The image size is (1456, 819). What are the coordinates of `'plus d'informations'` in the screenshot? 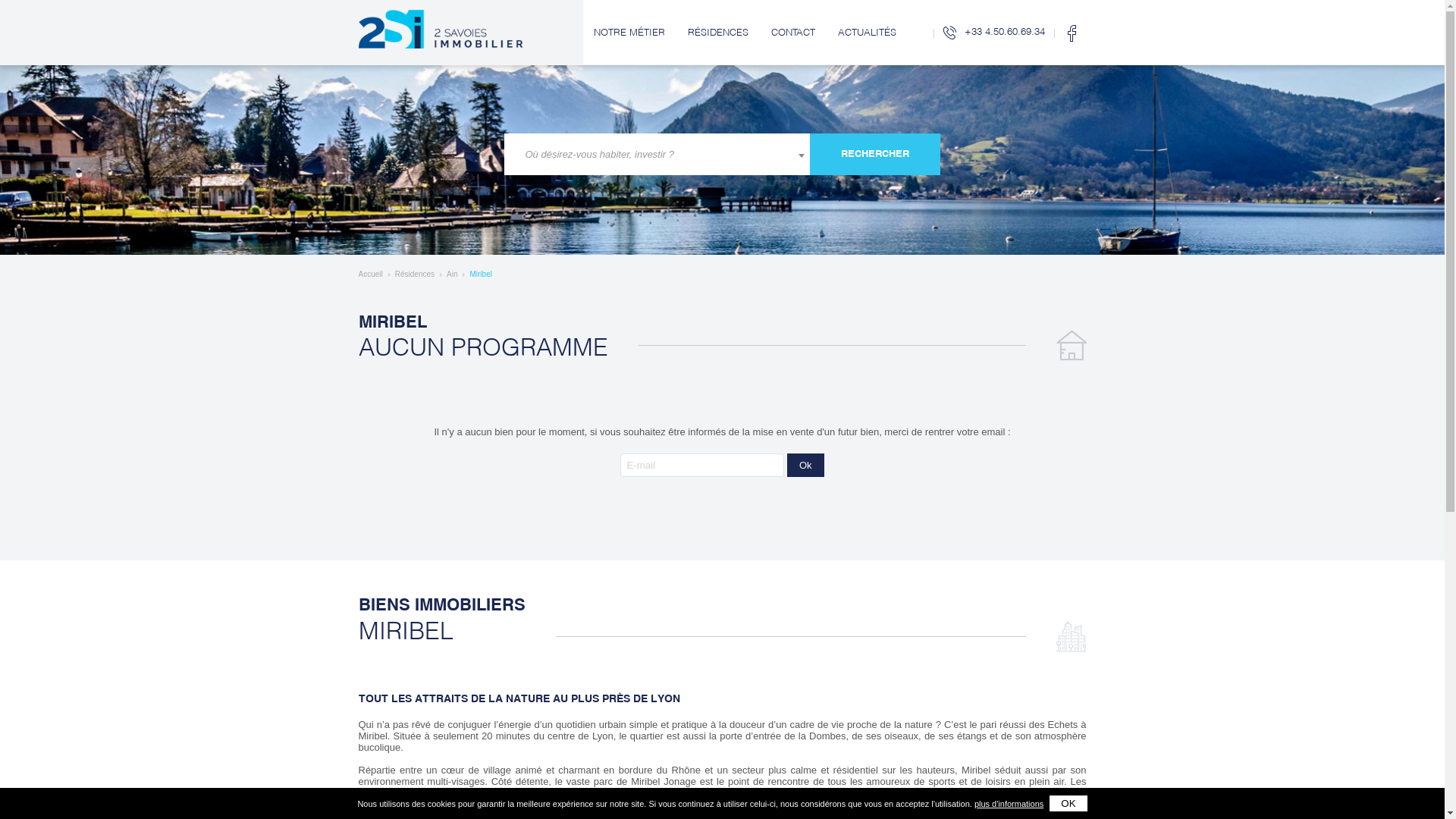 It's located at (974, 803).